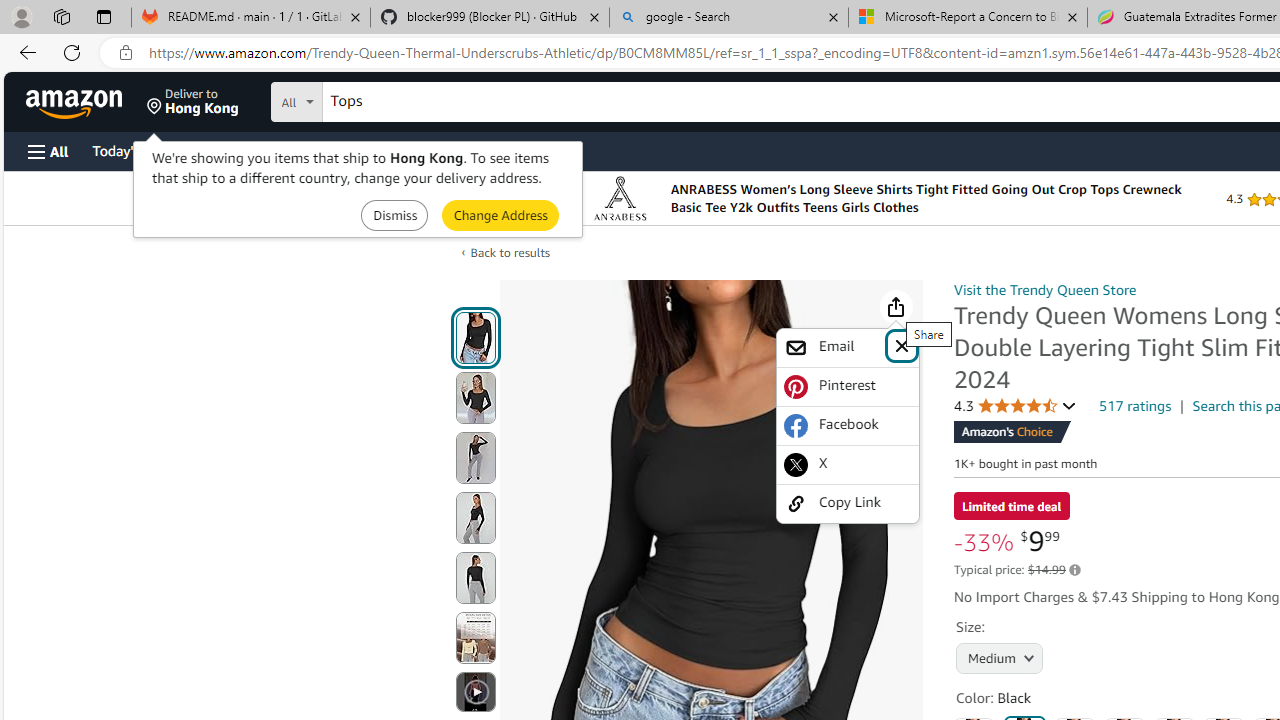 The width and height of the screenshot is (1280, 720). Describe the element at coordinates (76, 101) in the screenshot. I see `'Amazon'` at that location.